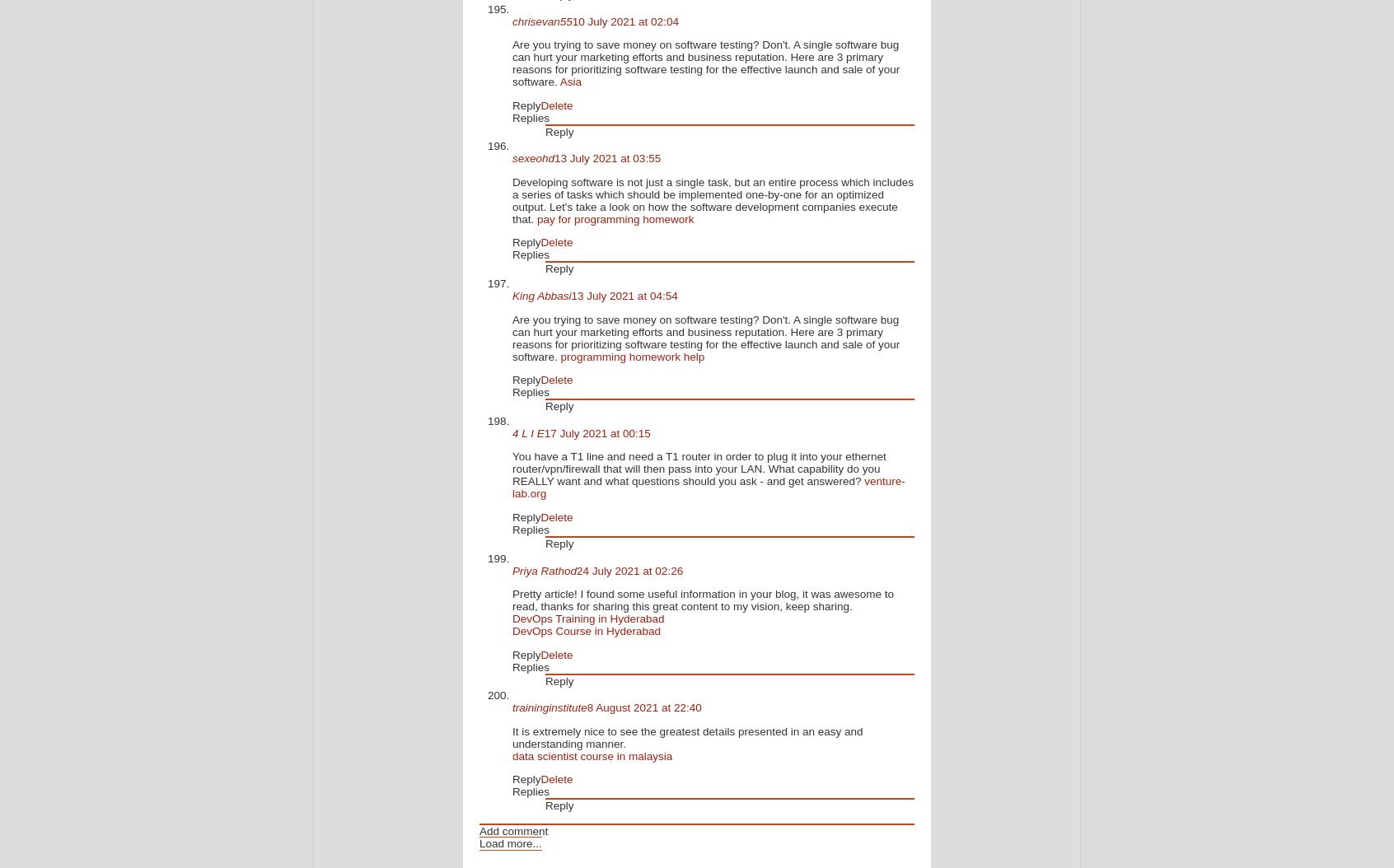 Image resolution: width=1394 pixels, height=868 pixels. What do you see at coordinates (511, 469) in the screenshot?
I see `'You have a T1 line and need a T1 router in order to plug it into your ethernet router/vpn/firewall that will then pass into your LAN. What capability do you REALLY want and what questions should you ask - and get answered?'` at bounding box center [511, 469].